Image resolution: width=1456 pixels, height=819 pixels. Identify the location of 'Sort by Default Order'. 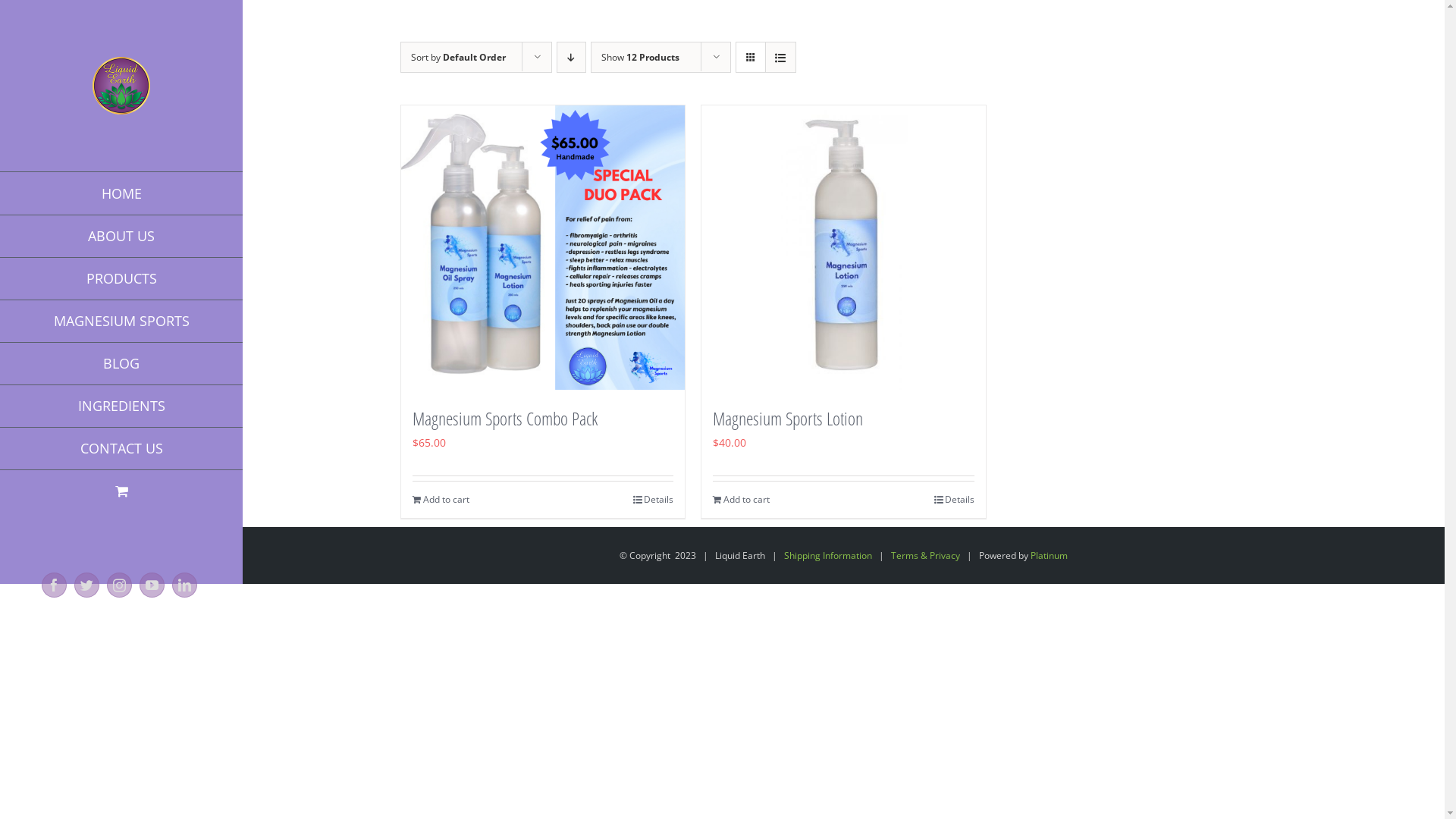
(457, 56).